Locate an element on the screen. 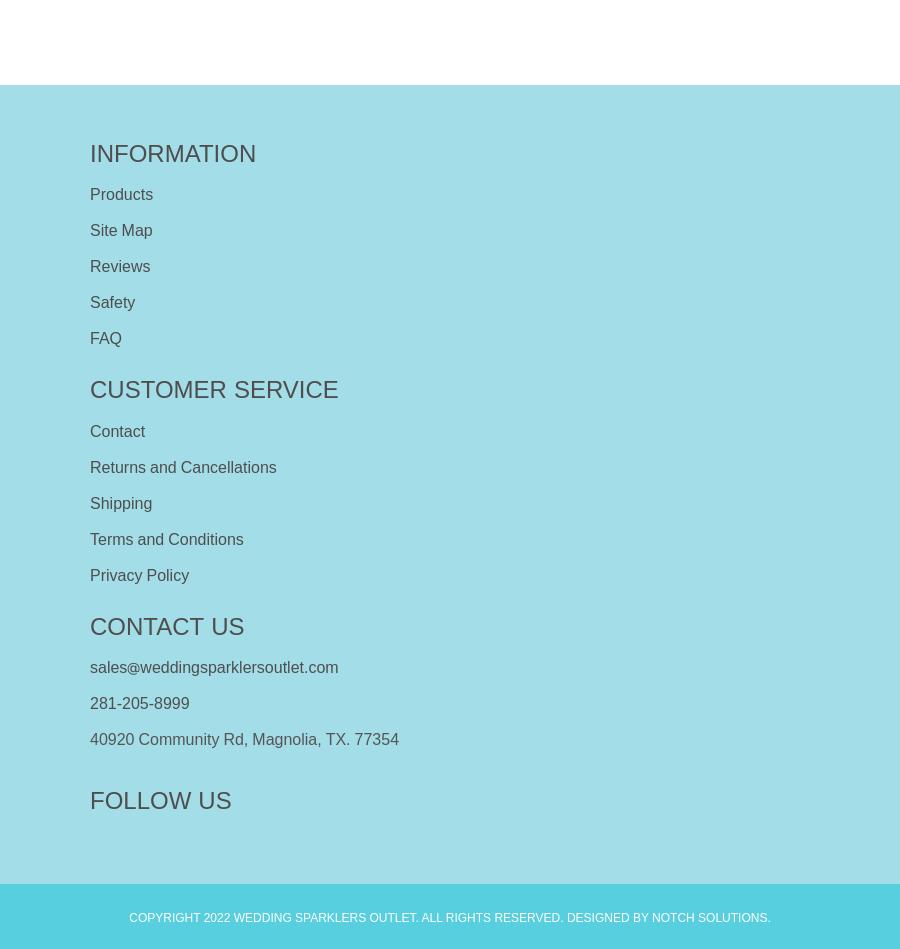  'INFORMATION' is located at coordinates (172, 152).